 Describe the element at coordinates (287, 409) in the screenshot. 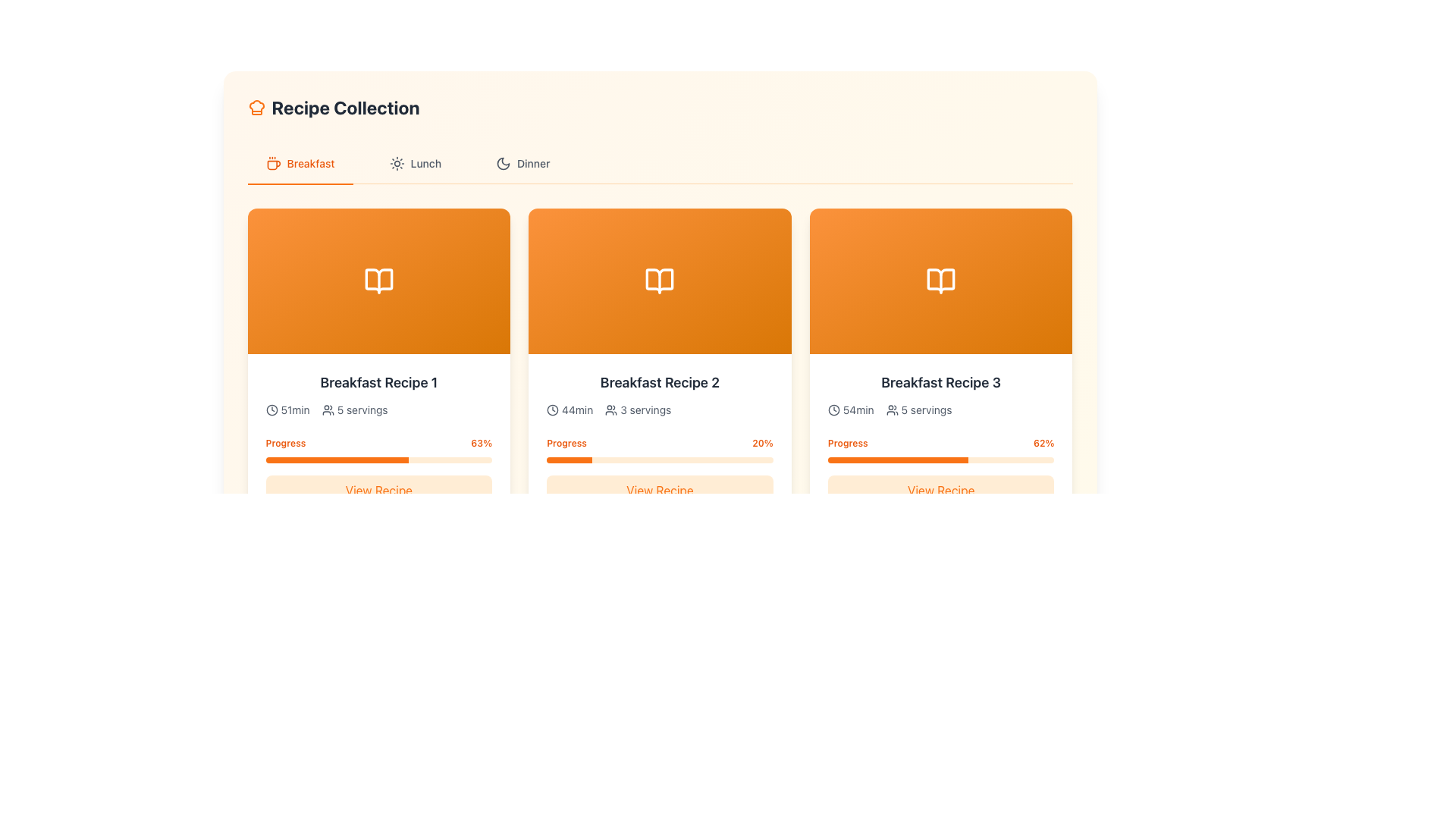

I see `the informational label indicating the recipe preparation time in the first recipe card, located at the top-left corner above the 'Progress' bar and 'View Recipe' button` at that location.